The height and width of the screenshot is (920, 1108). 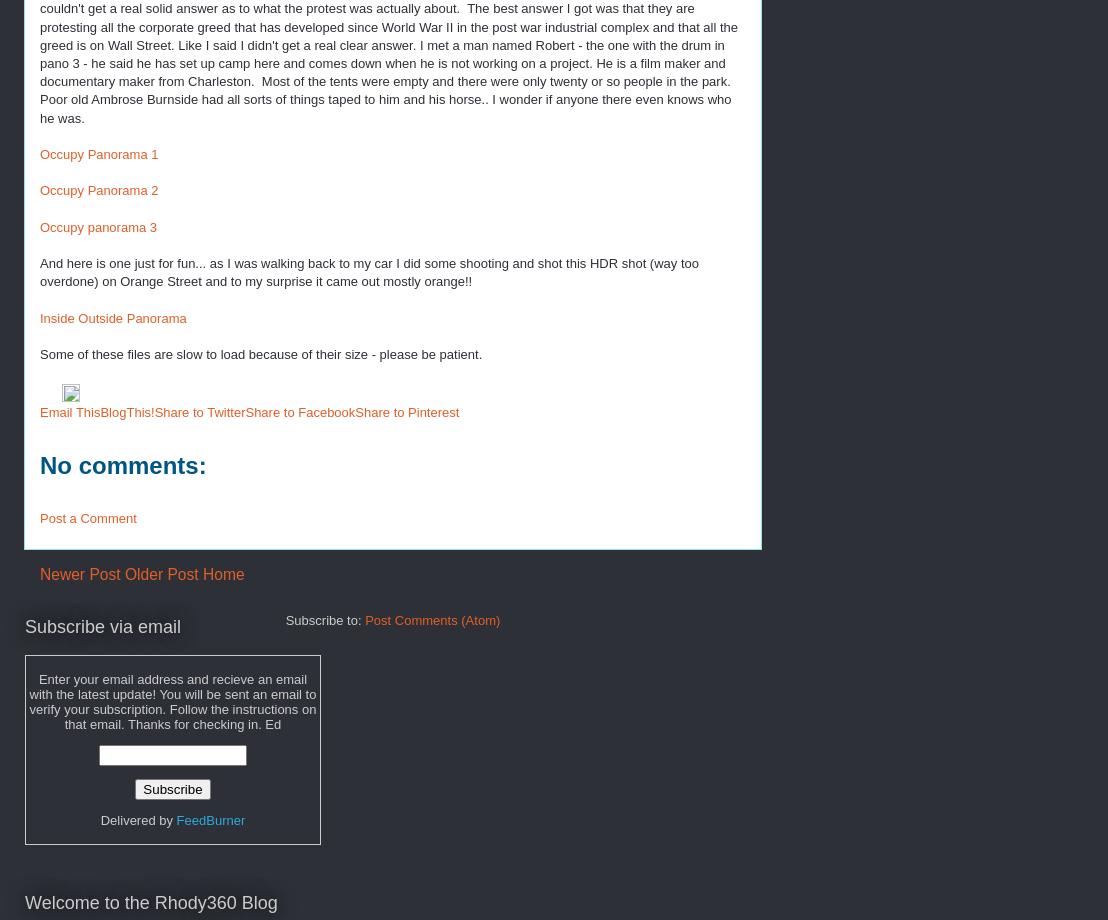 What do you see at coordinates (98, 225) in the screenshot?
I see `'Occupy panorama 3'` at bounding box center [98, 225].